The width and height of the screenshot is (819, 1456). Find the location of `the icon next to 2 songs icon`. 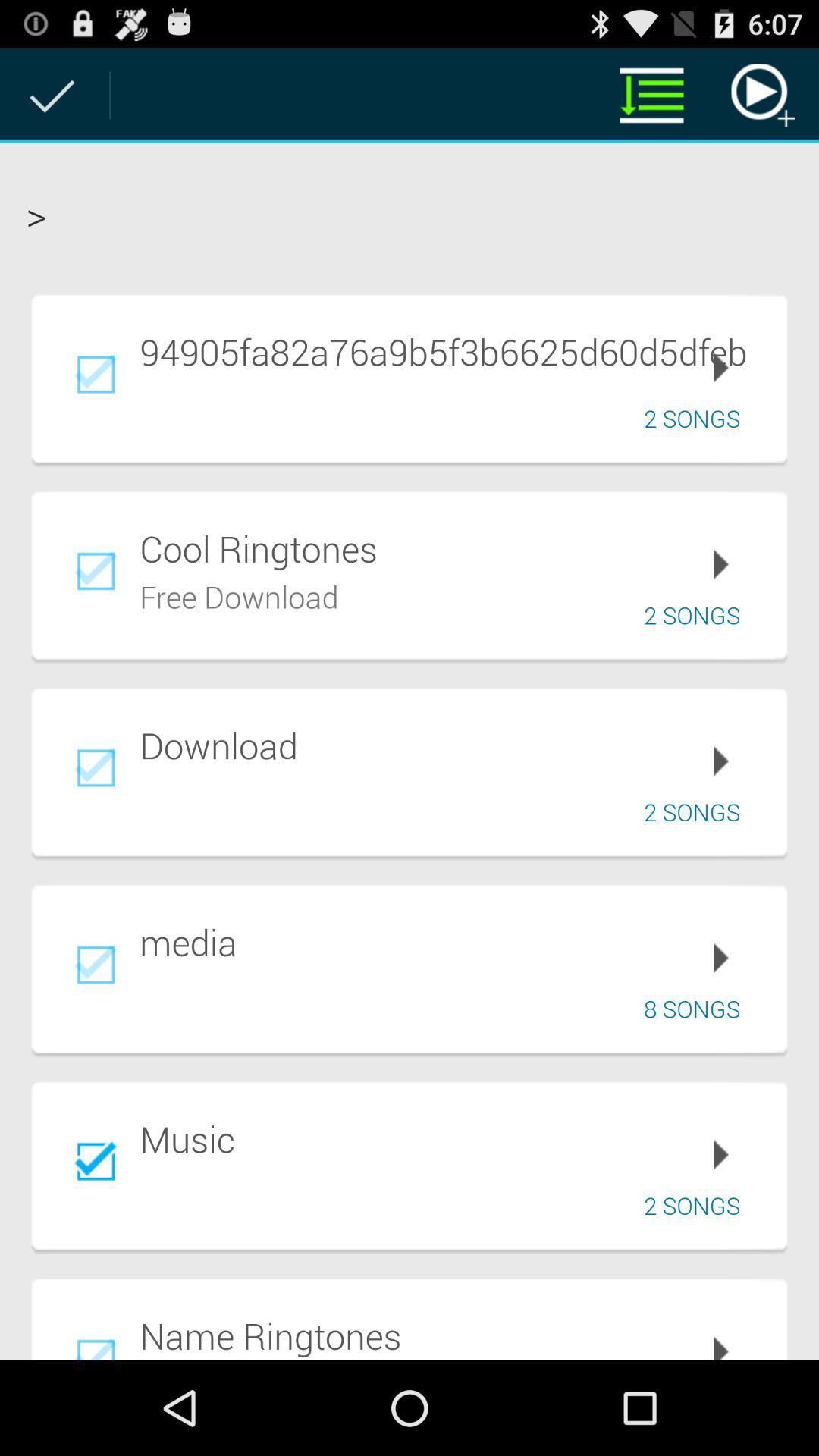

the icon next to 2 songs icon is located at coordinates (239, 594).